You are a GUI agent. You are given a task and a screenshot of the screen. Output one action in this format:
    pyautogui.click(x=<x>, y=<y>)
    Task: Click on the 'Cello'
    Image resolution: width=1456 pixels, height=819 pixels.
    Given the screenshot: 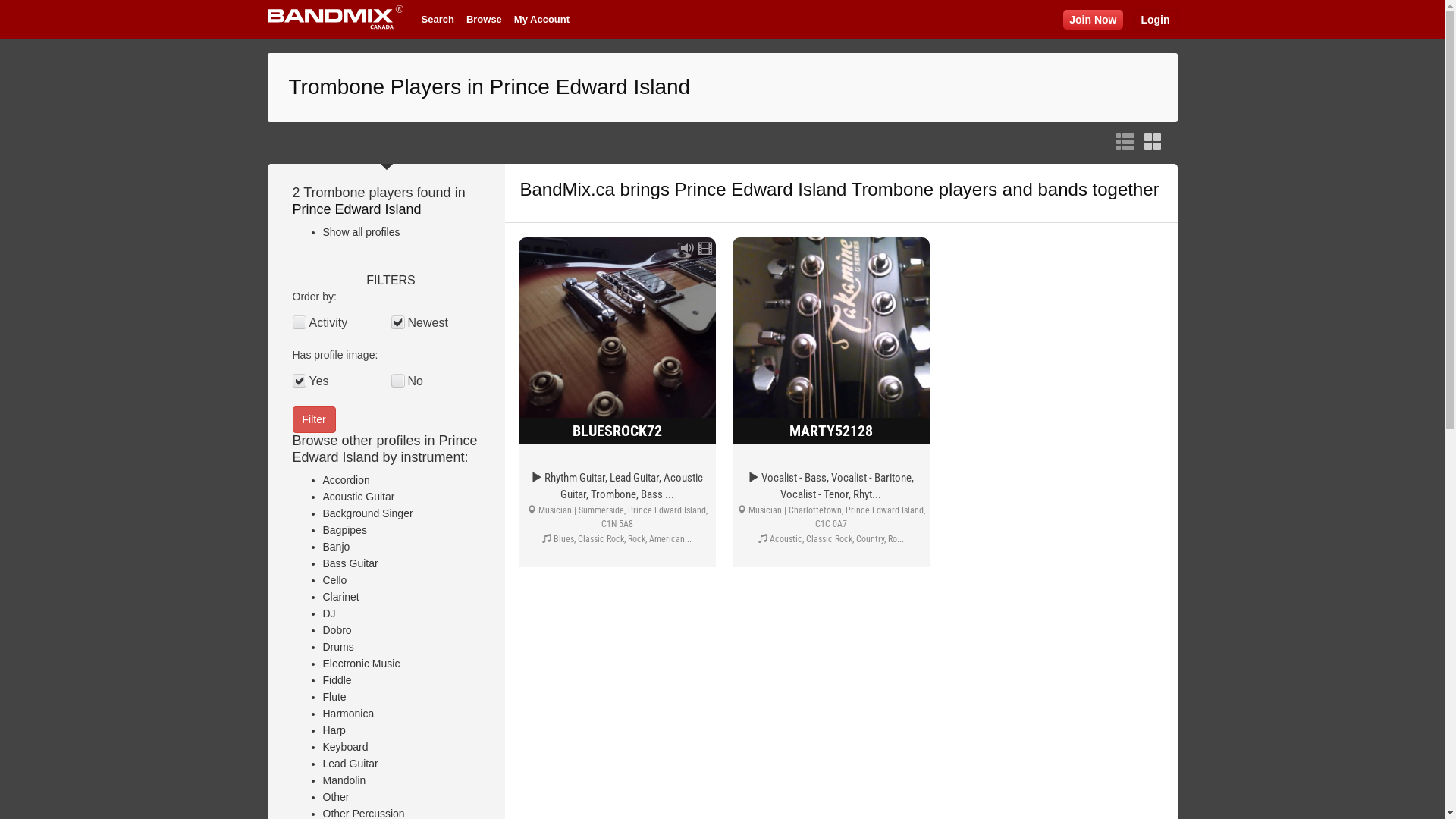 What is the action you would take?
    pyautogui.click(x=334, y=579)
    